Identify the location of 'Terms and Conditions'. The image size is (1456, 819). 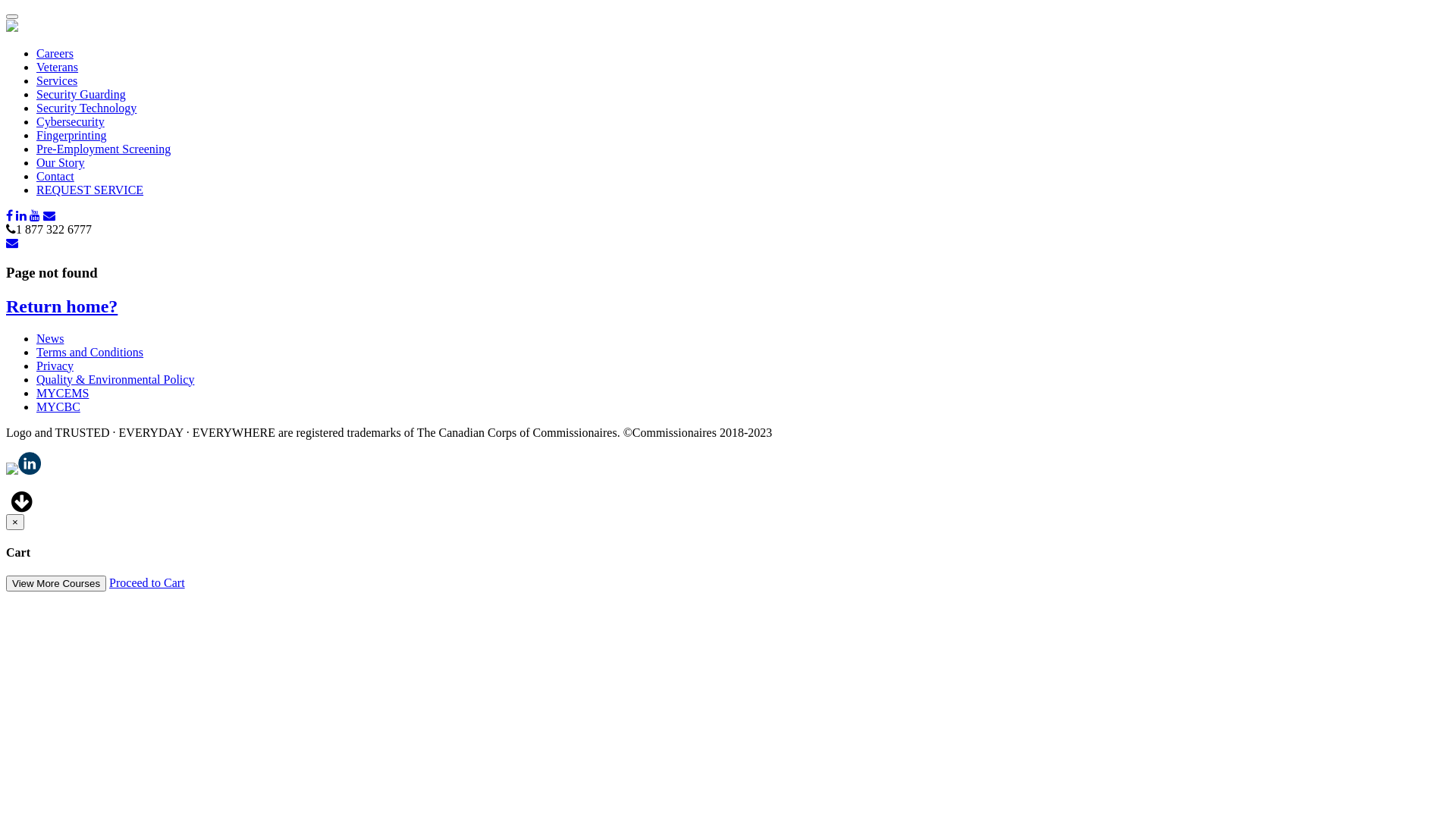
(89, 352).